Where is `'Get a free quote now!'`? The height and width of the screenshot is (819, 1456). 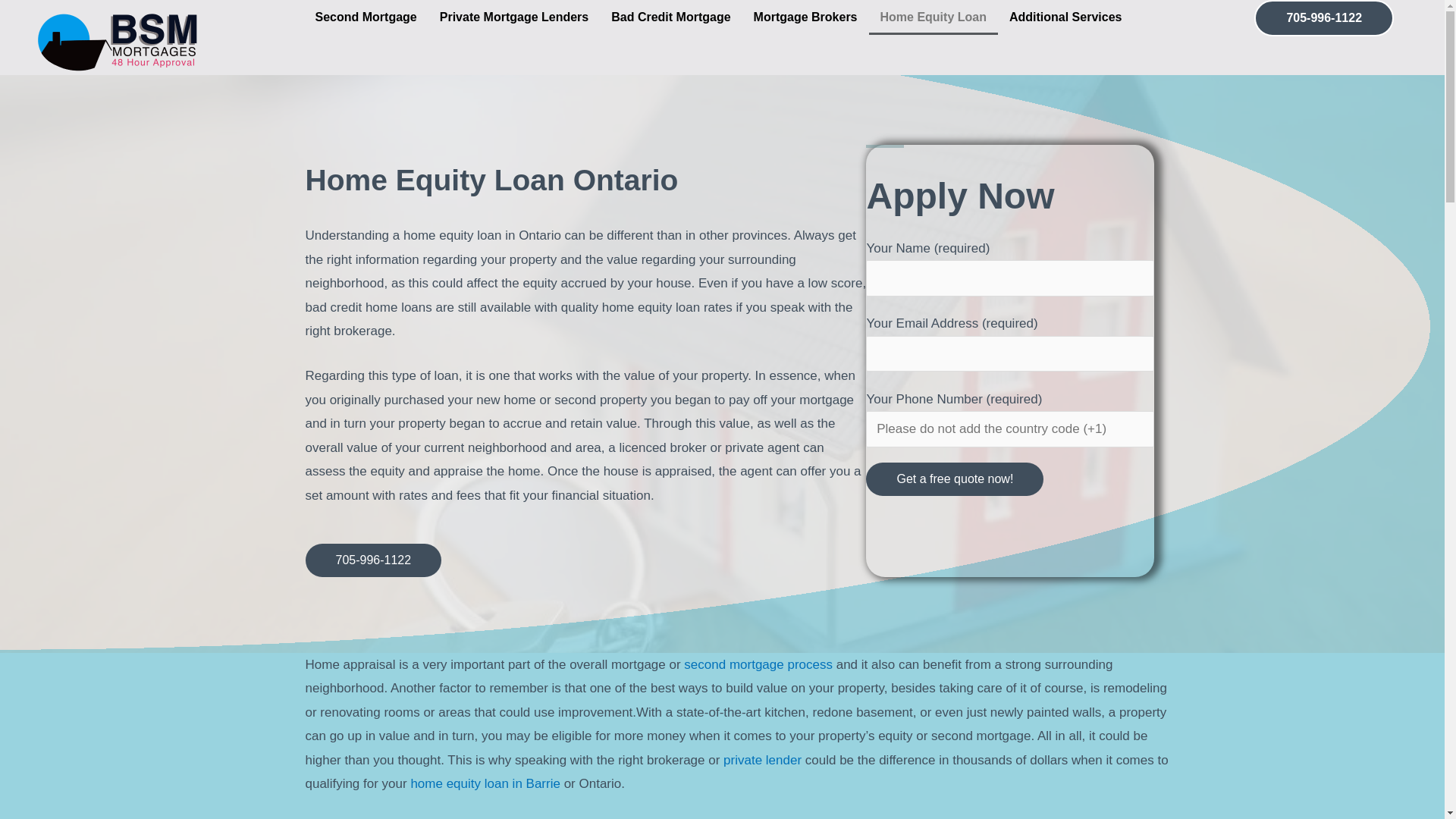 'Get a free quote now!' is located at coordinates (953, 479).